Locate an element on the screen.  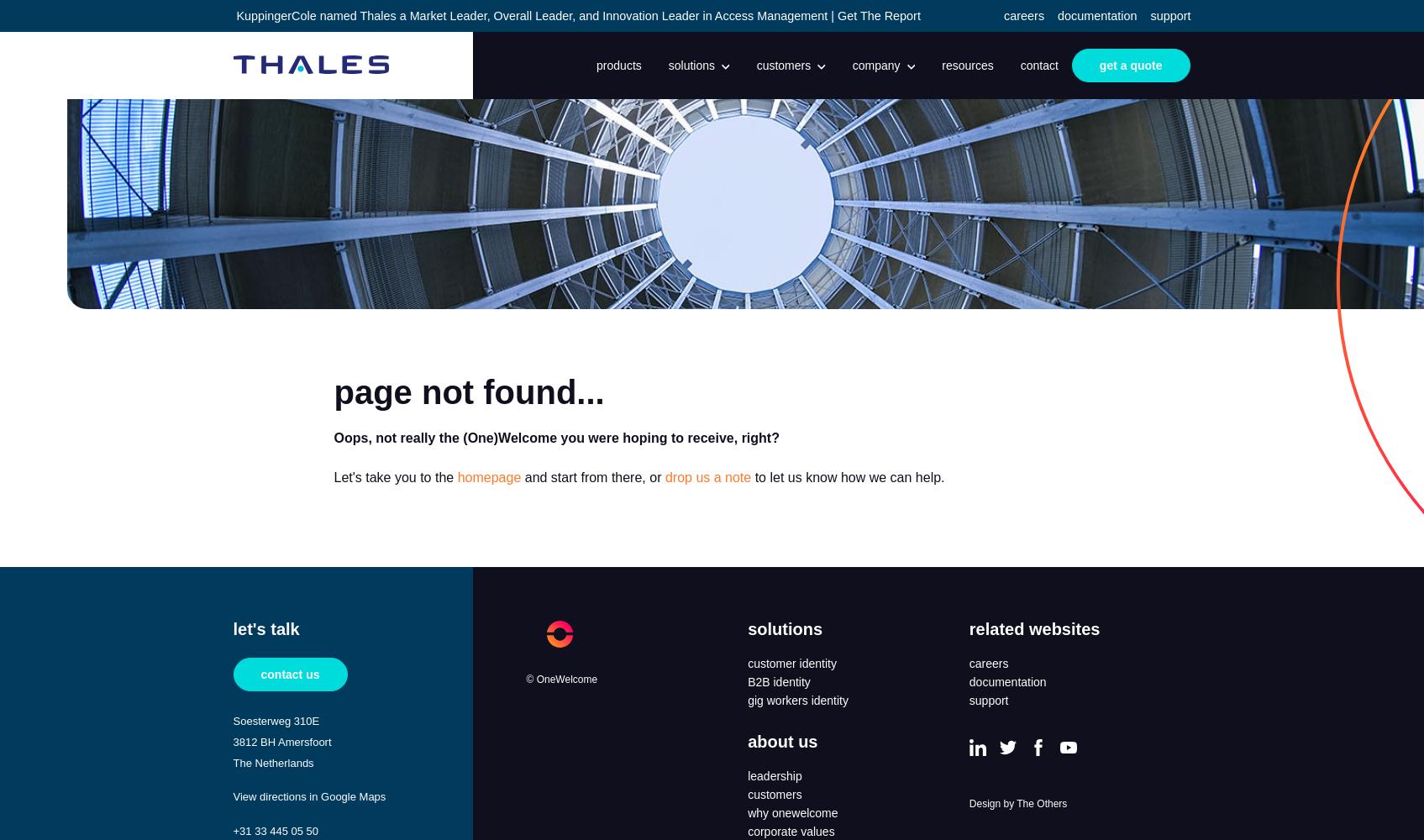
'gig workers identity' is located at coordinates (797, 700).